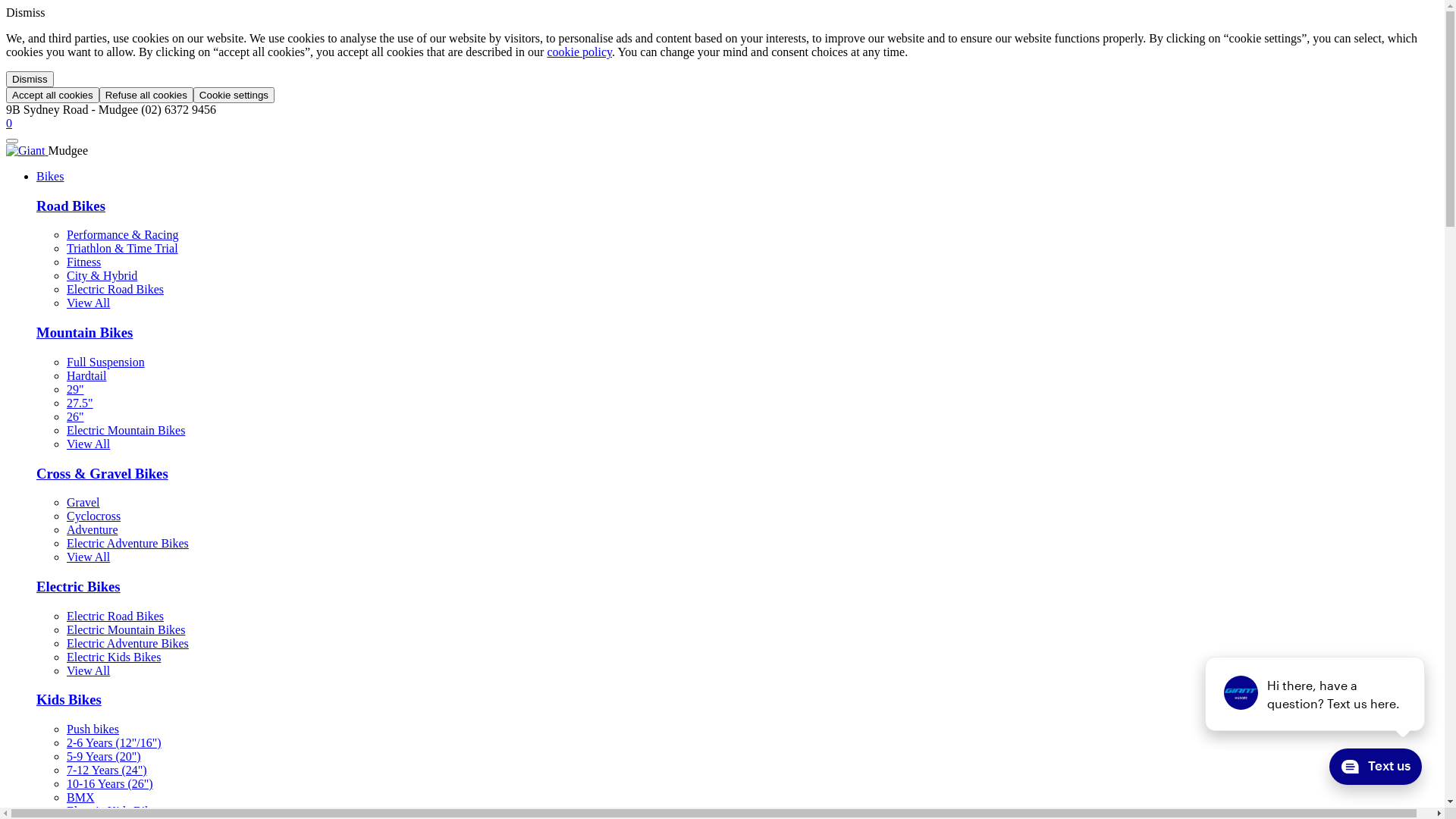 The height and width of the screenshot is (819, 1456). What do you see at coordinates (123, 234) in the screenshot?
I see `'Performance & Racing'` at bounding box center [123, 234].